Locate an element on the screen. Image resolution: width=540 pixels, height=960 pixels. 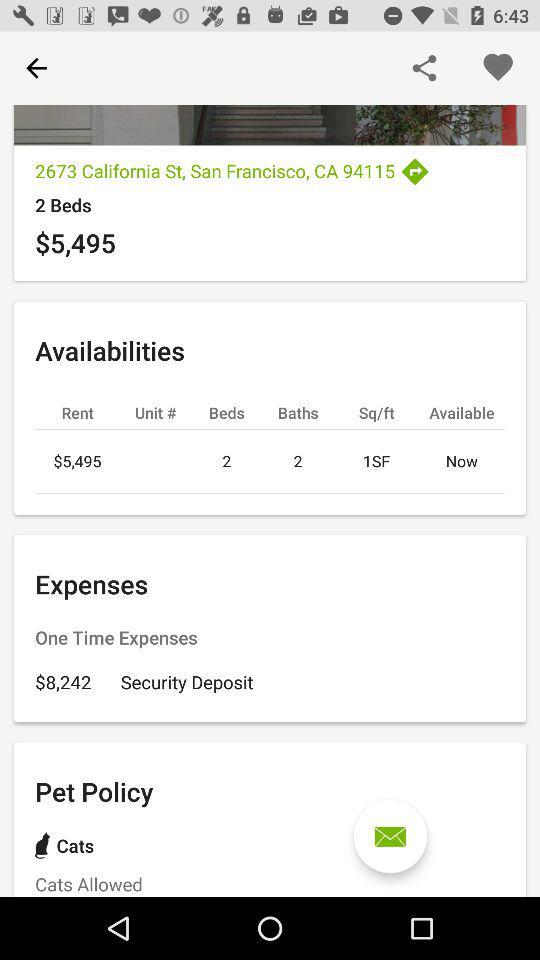
like this listing is located at coordinates (496, 68).